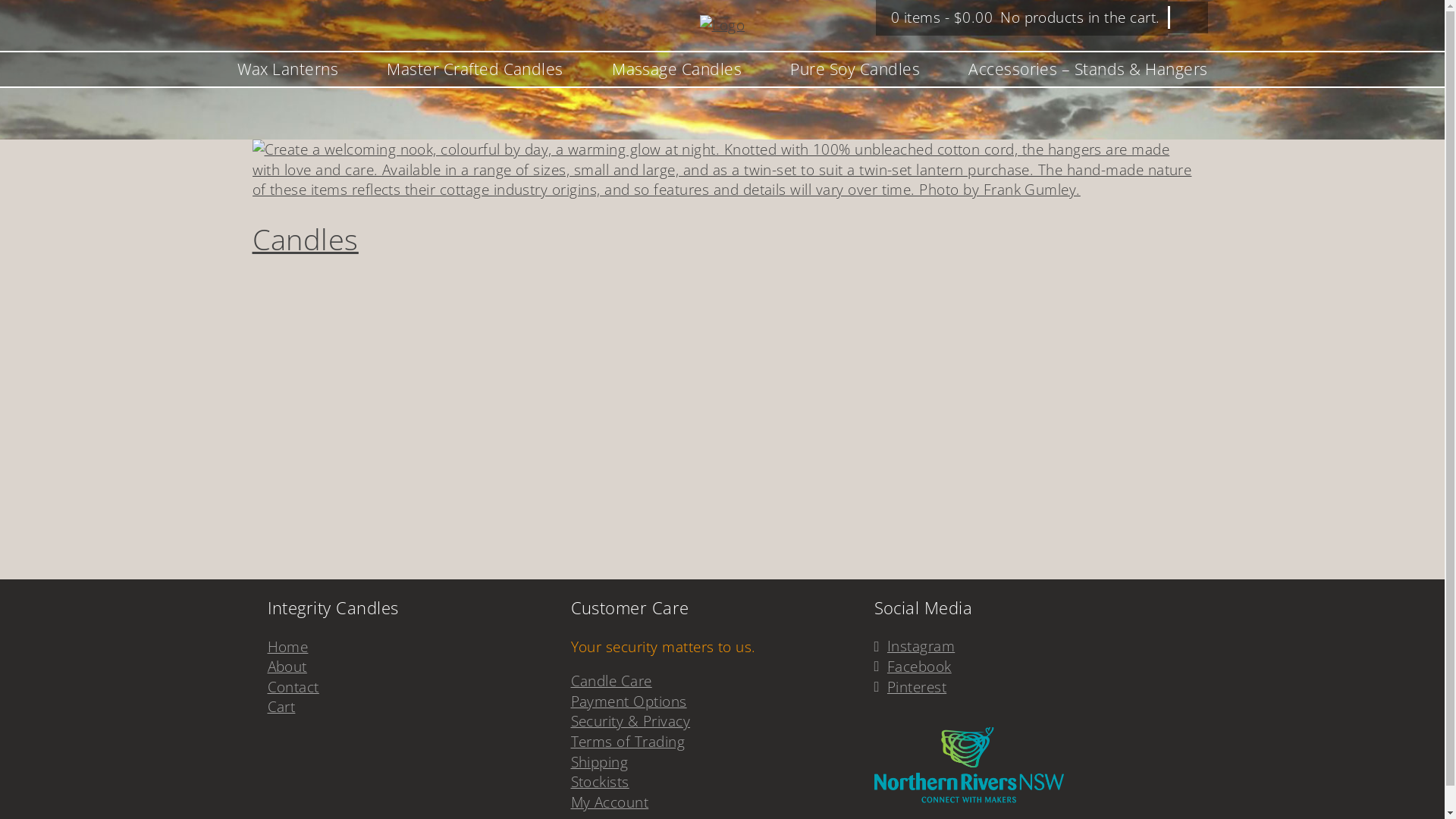  Describe the element at coordinates (287, 666) in the screenshot. I see `'About'` at that location.